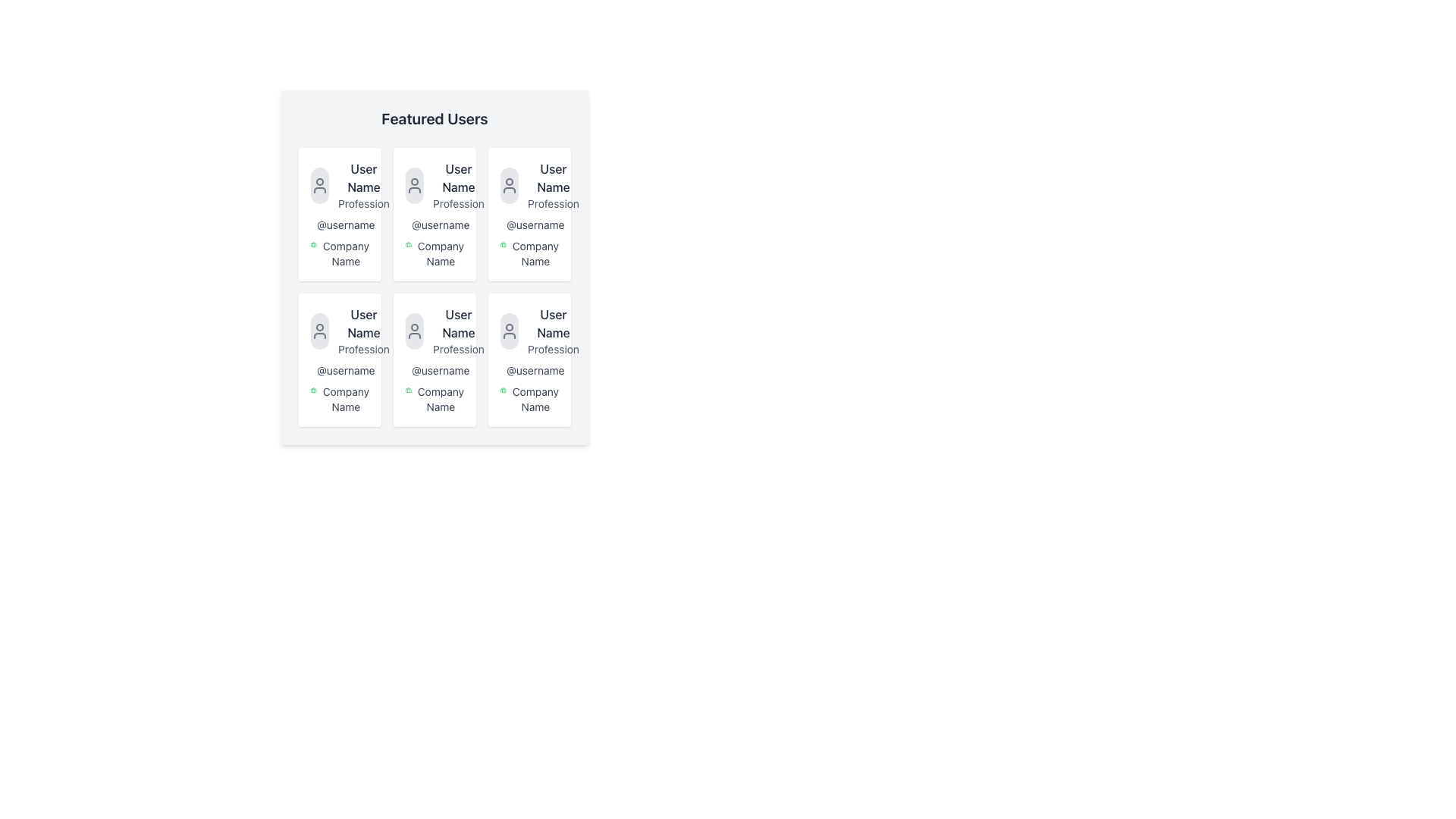 The height and width of the screenshot is (819, 1456). Describe the element at coordinates (345, 225) in the screenshot. I see `the static text element displaying the username of the featured individual located in the top-left card of a six-card grid layout, positioned between the 'Profession' and 'Company Name' texts` at that location.